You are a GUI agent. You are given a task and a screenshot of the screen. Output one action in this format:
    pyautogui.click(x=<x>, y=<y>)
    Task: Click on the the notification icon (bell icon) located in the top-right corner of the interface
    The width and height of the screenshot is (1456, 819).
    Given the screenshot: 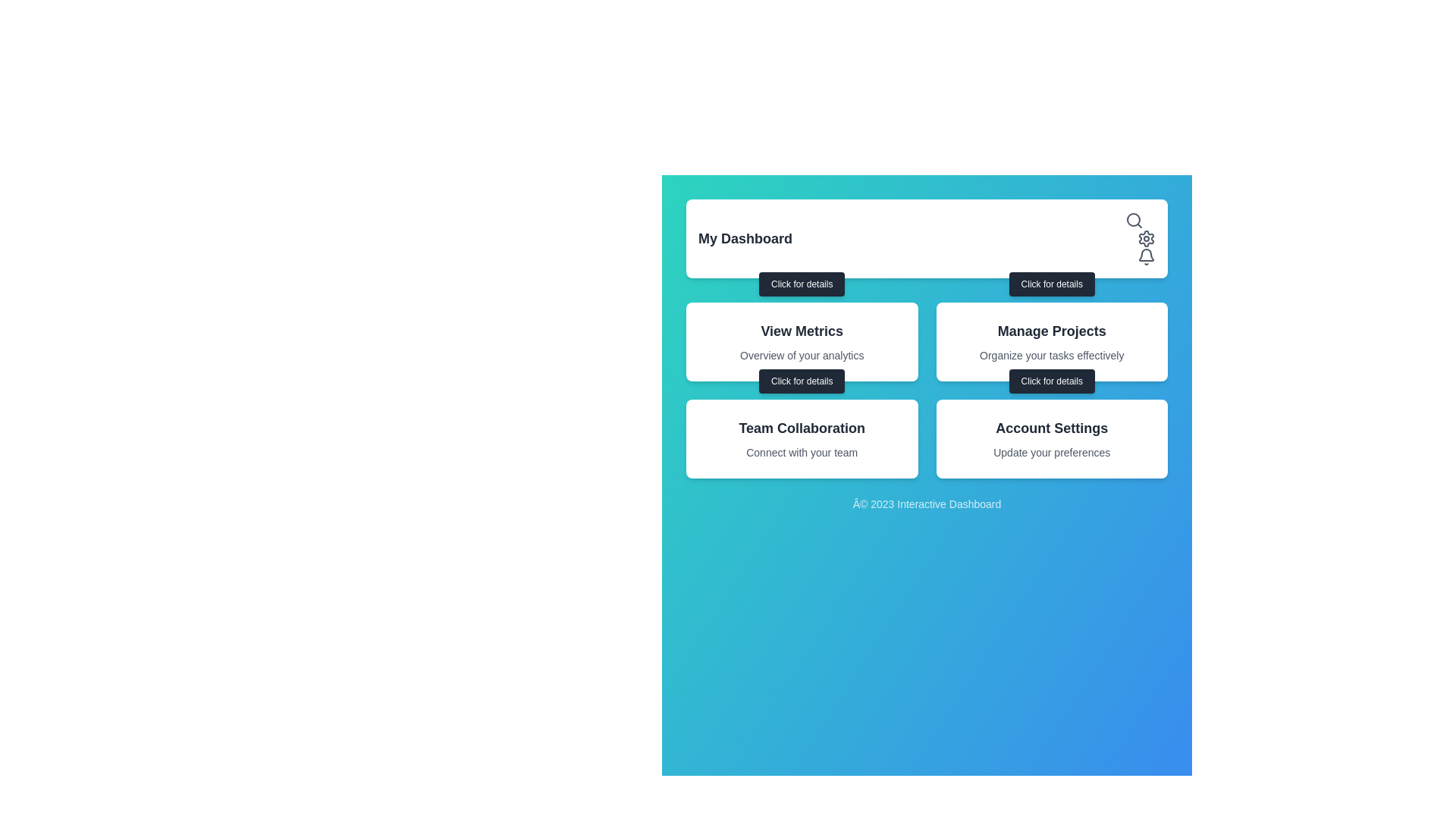 What is the action you would take?
    pyautogui.click(x=1147, y=254)
    